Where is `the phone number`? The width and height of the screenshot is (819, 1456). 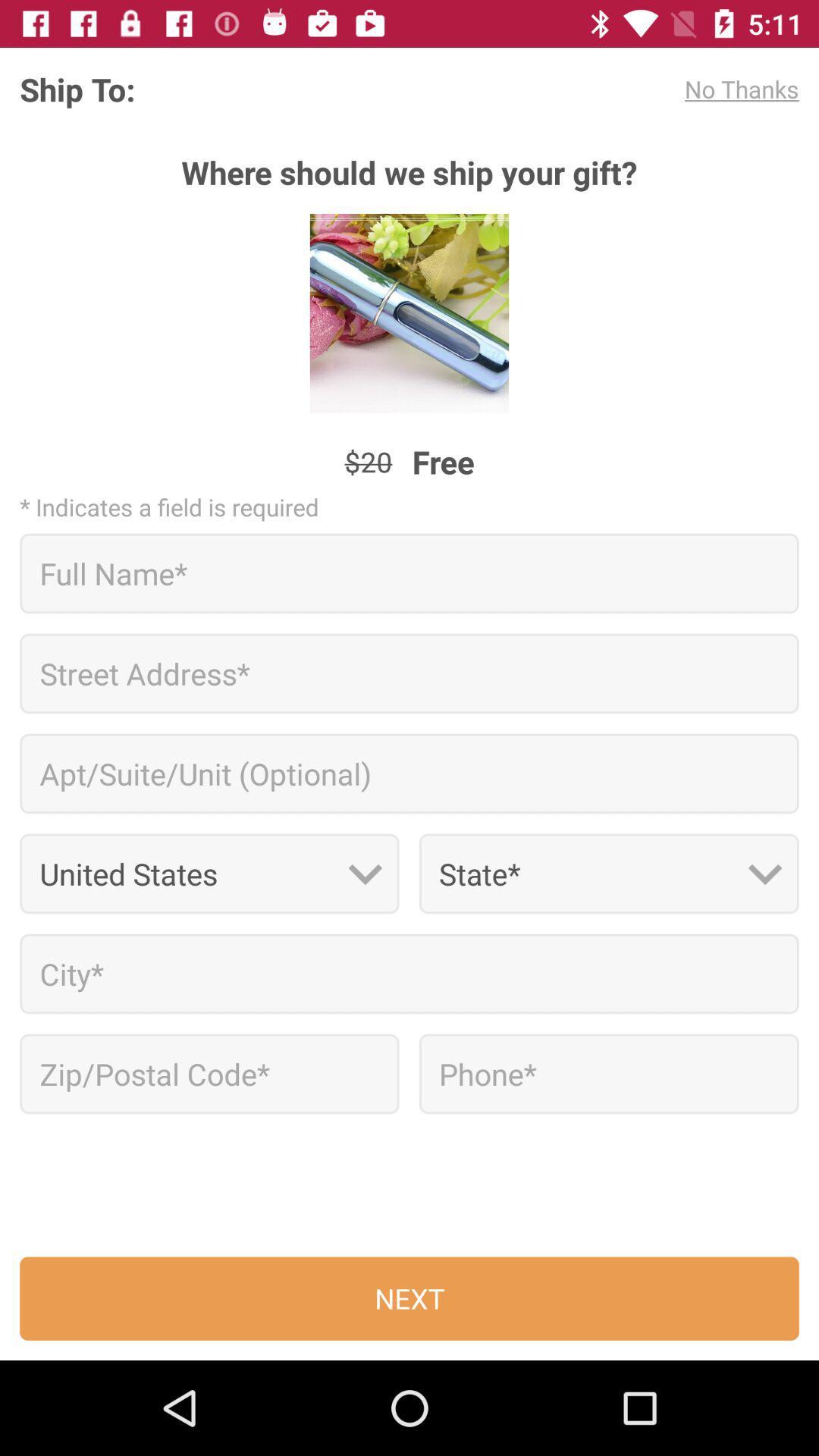
the phone number is located at coordinates (608, 1073).